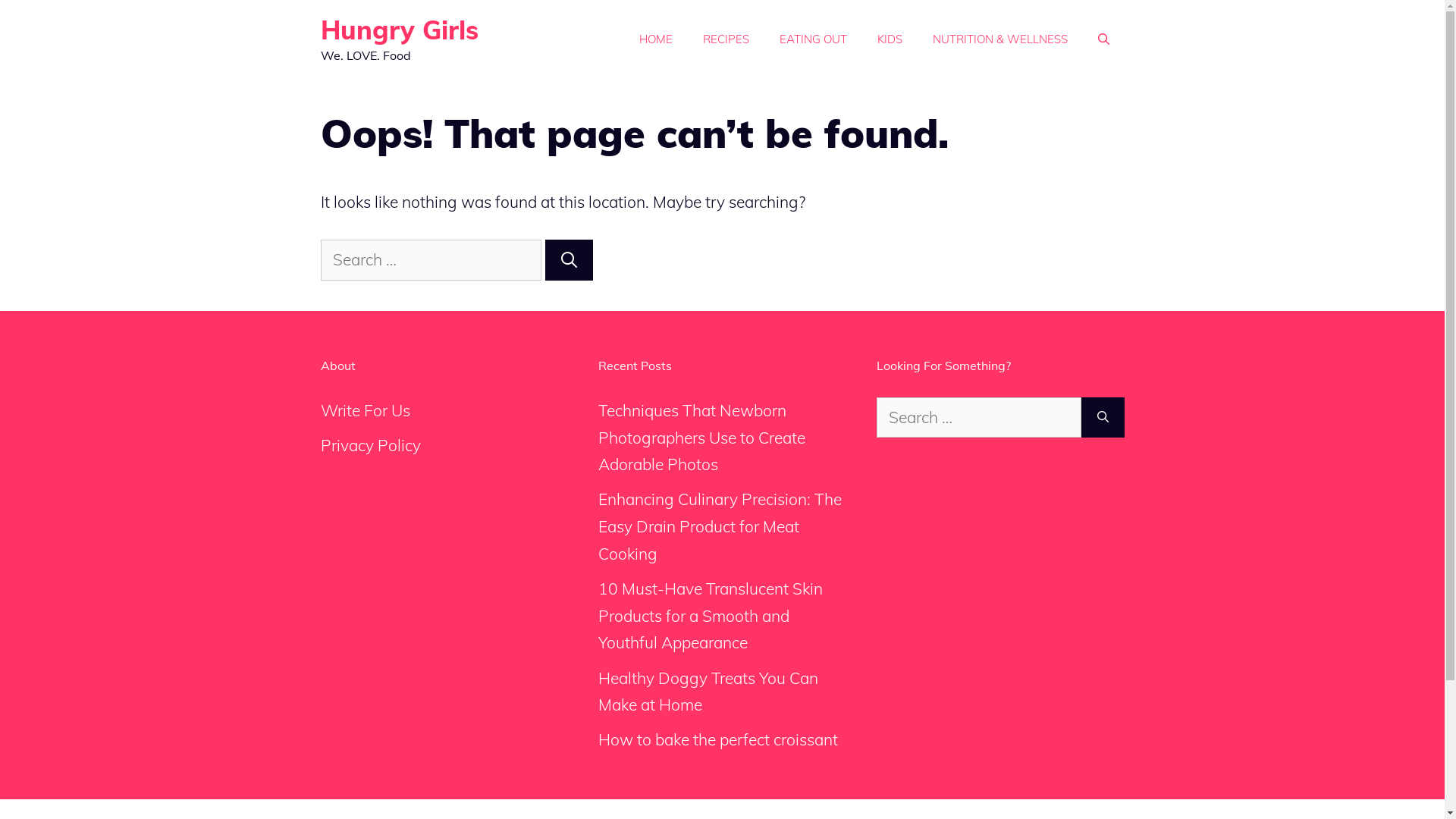 The image size is (1456, 819). I want to click on 'EATING OUT', so click(764, 38).